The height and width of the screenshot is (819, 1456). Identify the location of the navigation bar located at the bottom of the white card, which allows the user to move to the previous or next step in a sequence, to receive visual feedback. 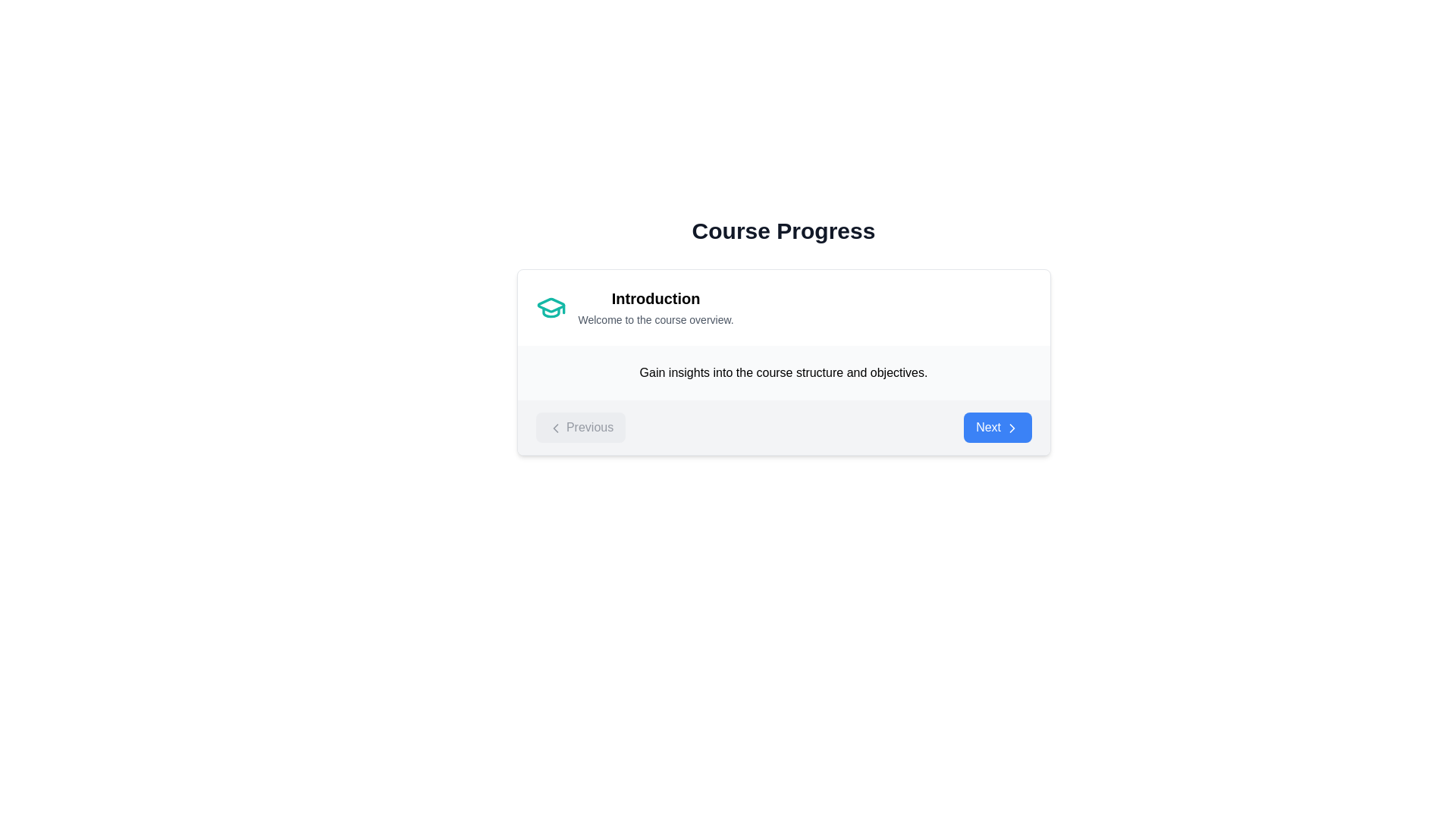
(783, 427).